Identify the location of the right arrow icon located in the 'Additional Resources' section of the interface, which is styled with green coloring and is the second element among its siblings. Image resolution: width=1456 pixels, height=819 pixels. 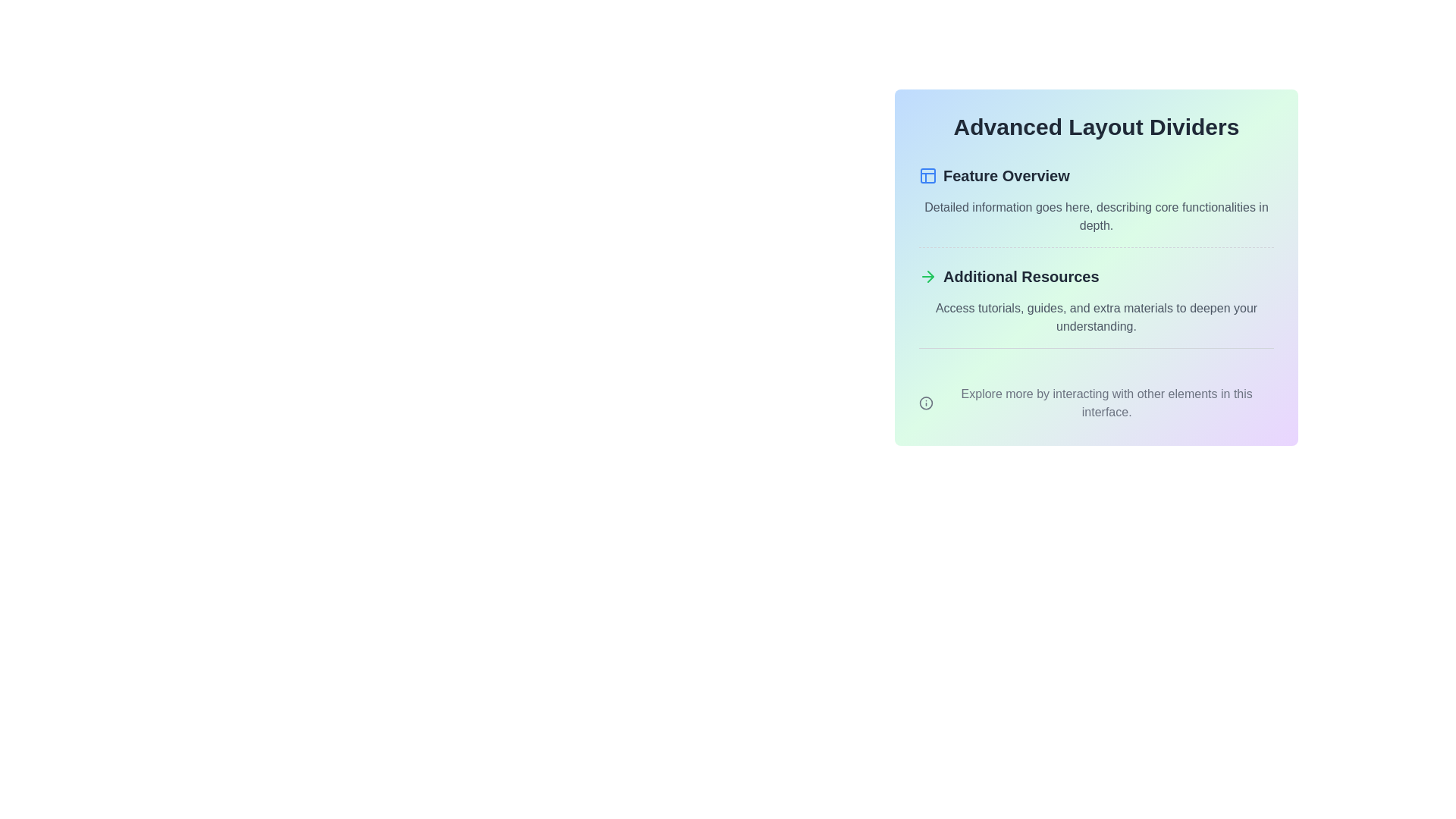
(930, 277).